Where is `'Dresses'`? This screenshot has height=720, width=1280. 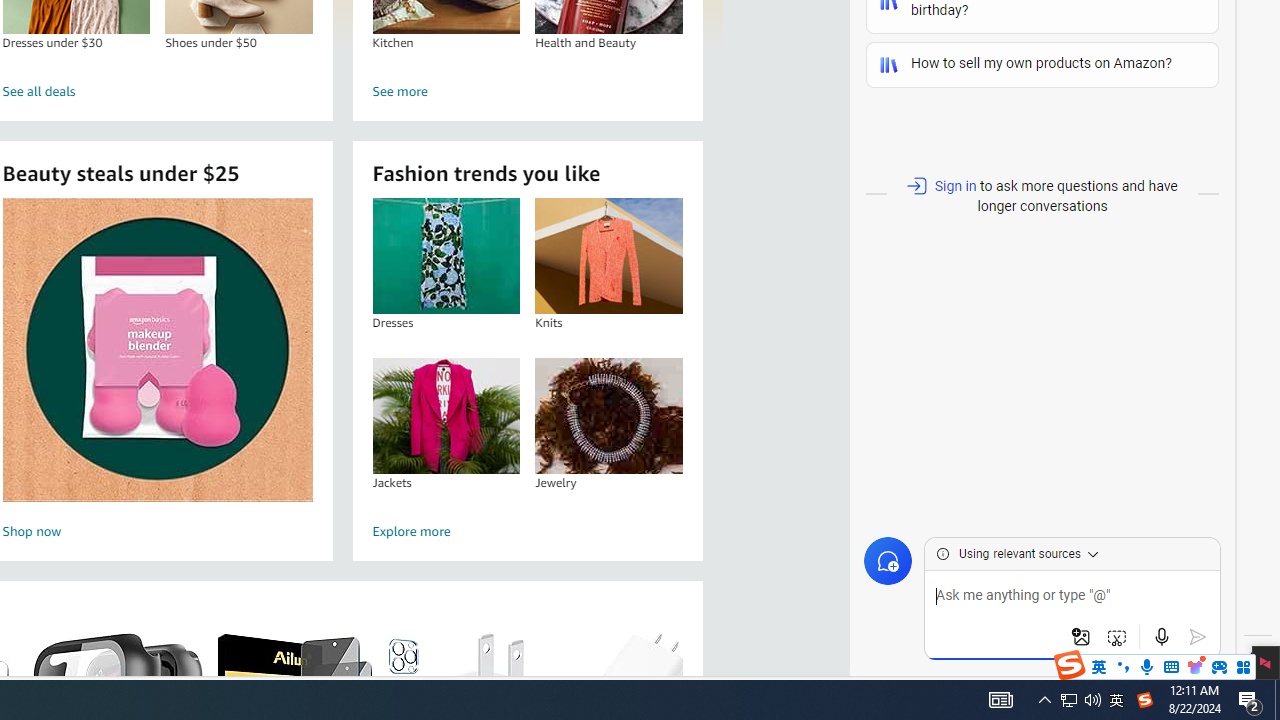
'Dresses' is located at coordinates (445, 255).